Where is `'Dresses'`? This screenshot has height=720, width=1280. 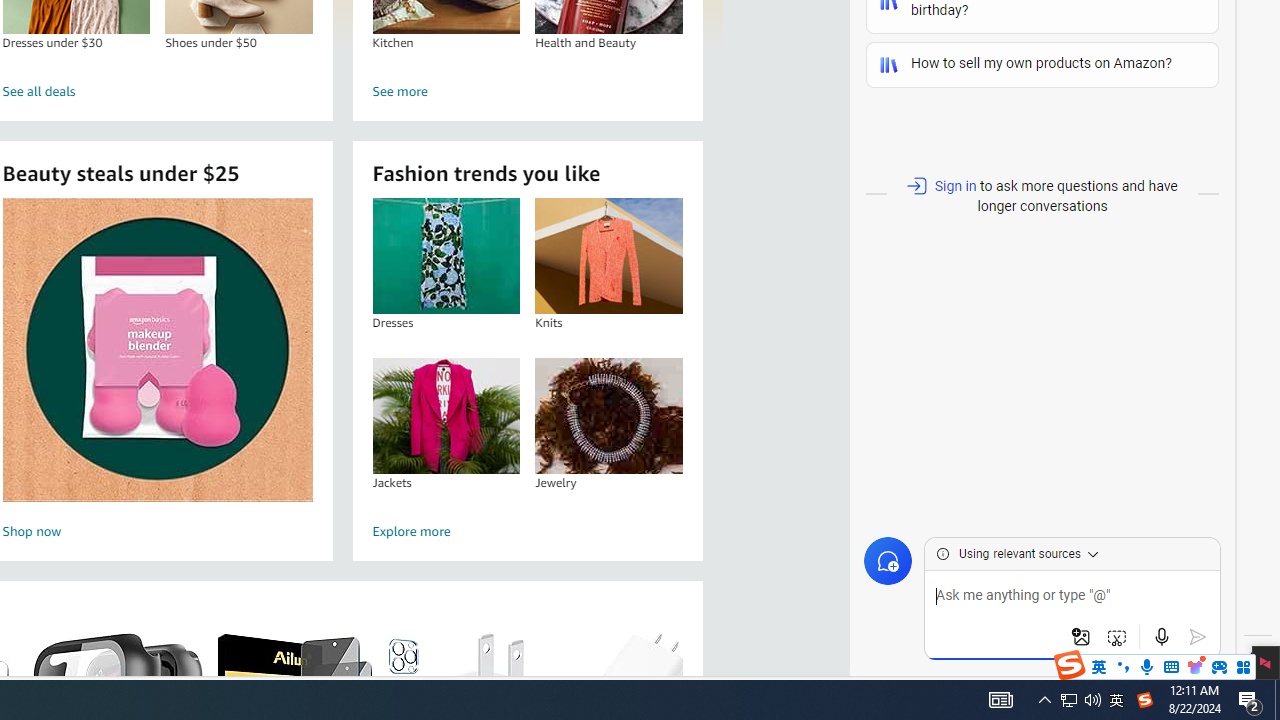
'Dresses' is located at coordinates (445, 255).